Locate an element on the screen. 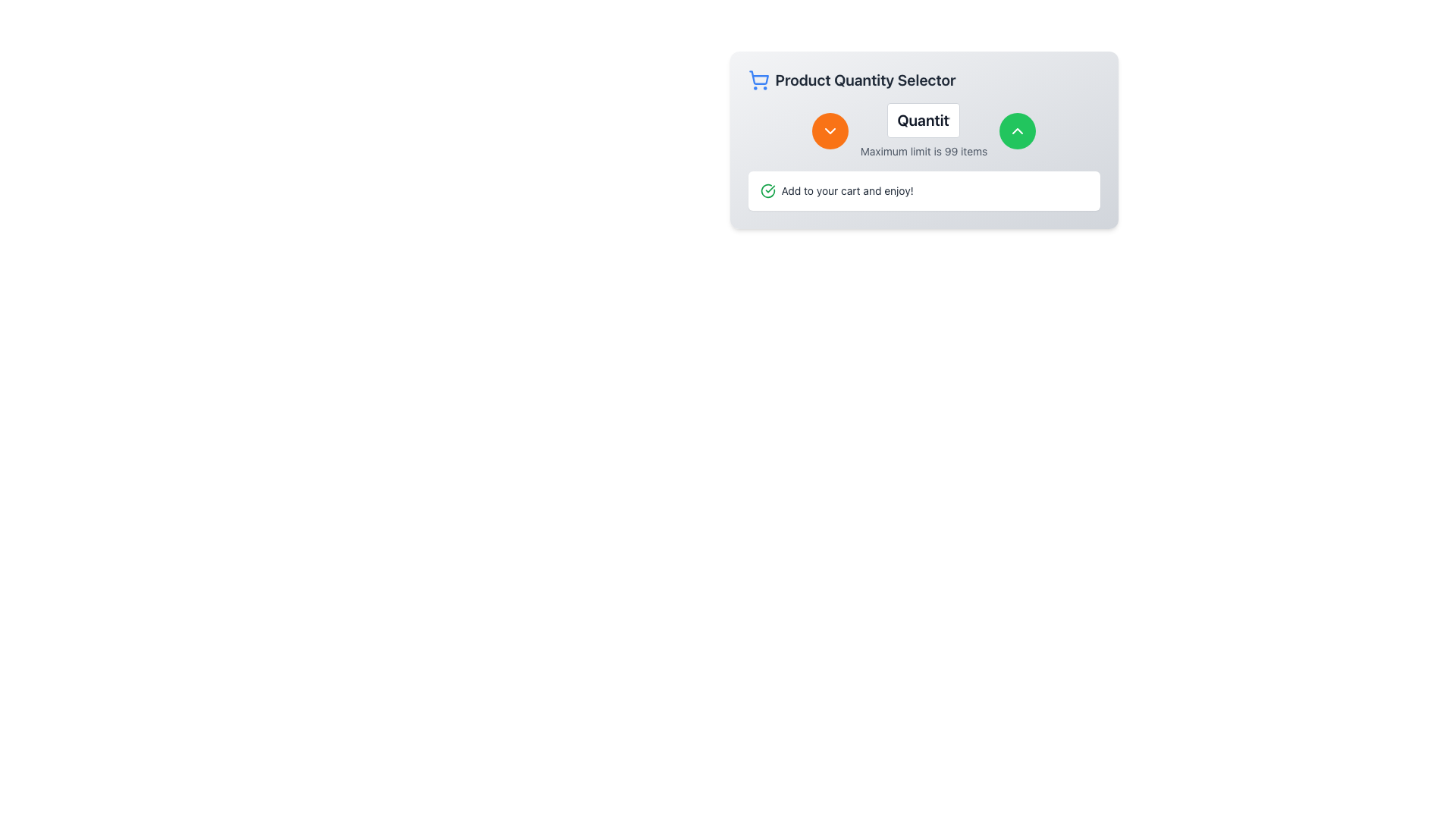  the text label 'Product Quantity Selector' which is a bold, extra-large heading styled in dark gray, prominently positioned at the top of its section next to a blue shopping cart icon is located at coordinates (865, 80).